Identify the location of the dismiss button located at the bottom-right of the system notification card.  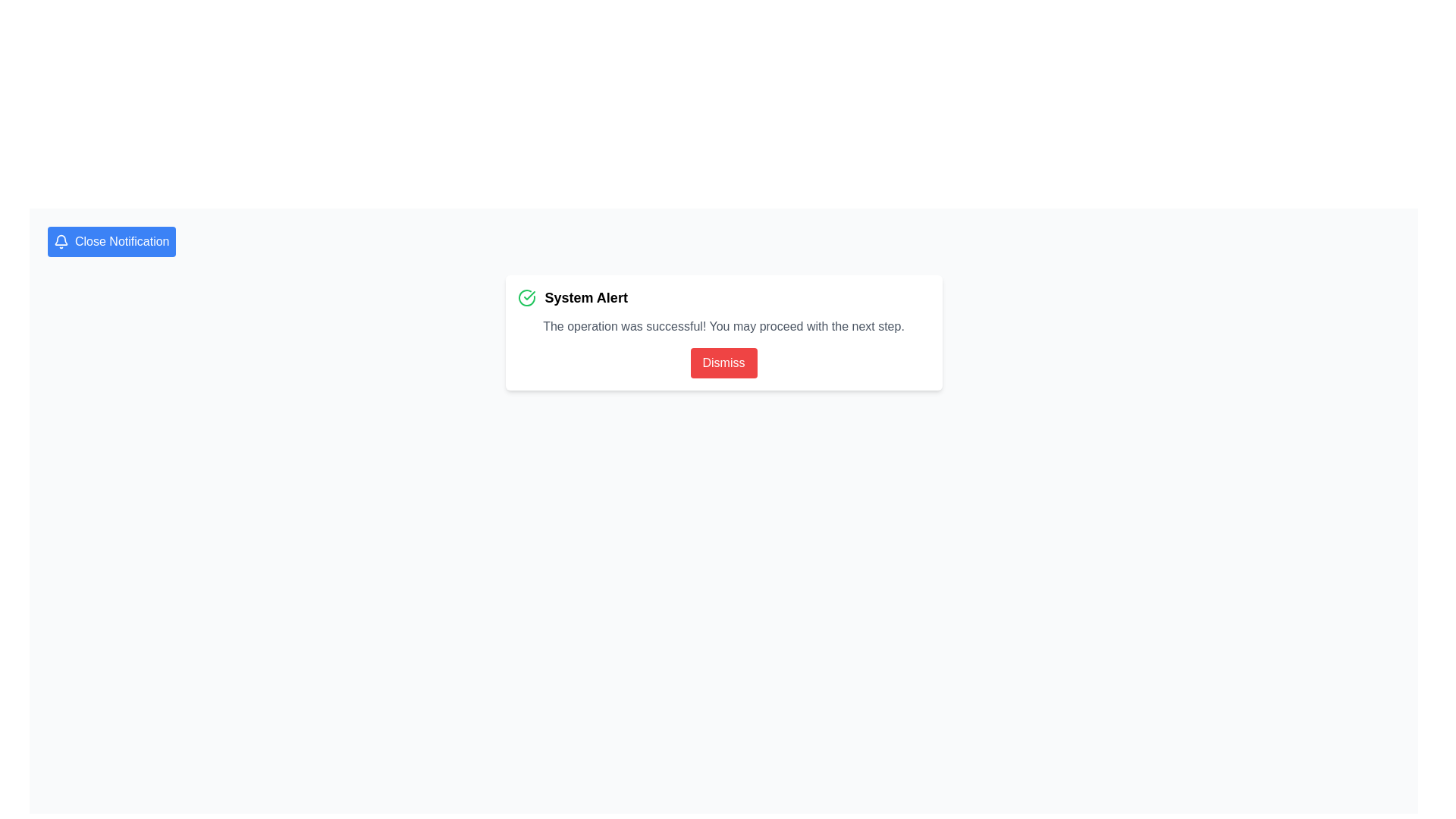
(723, 362).